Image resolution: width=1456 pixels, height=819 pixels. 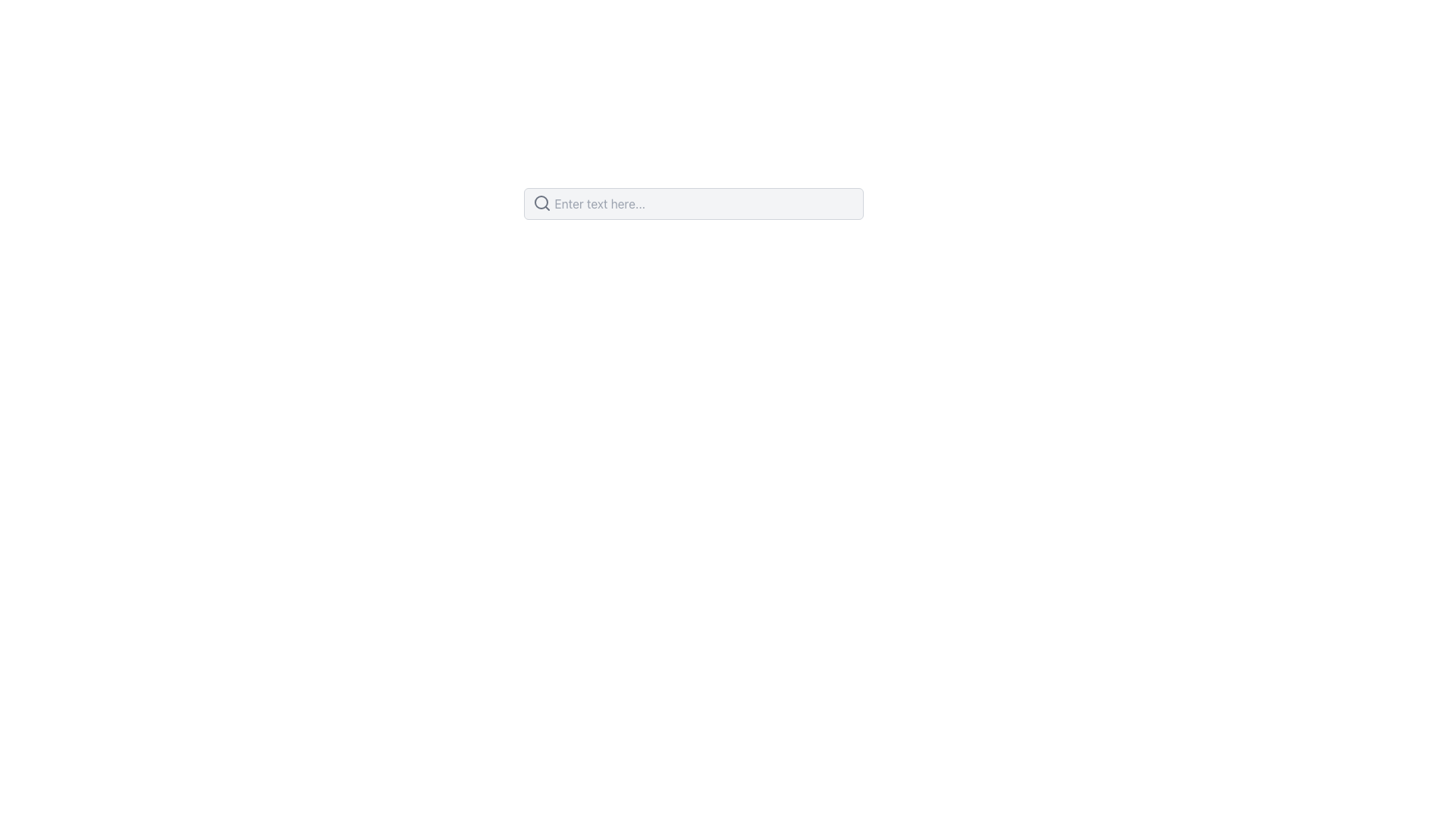 I want to click on the hollow circular component of the magnifying glass icon, which is part of the SVG element located to the left of the text input field labeled 'Enter text here...', so click(x=541, y=201).